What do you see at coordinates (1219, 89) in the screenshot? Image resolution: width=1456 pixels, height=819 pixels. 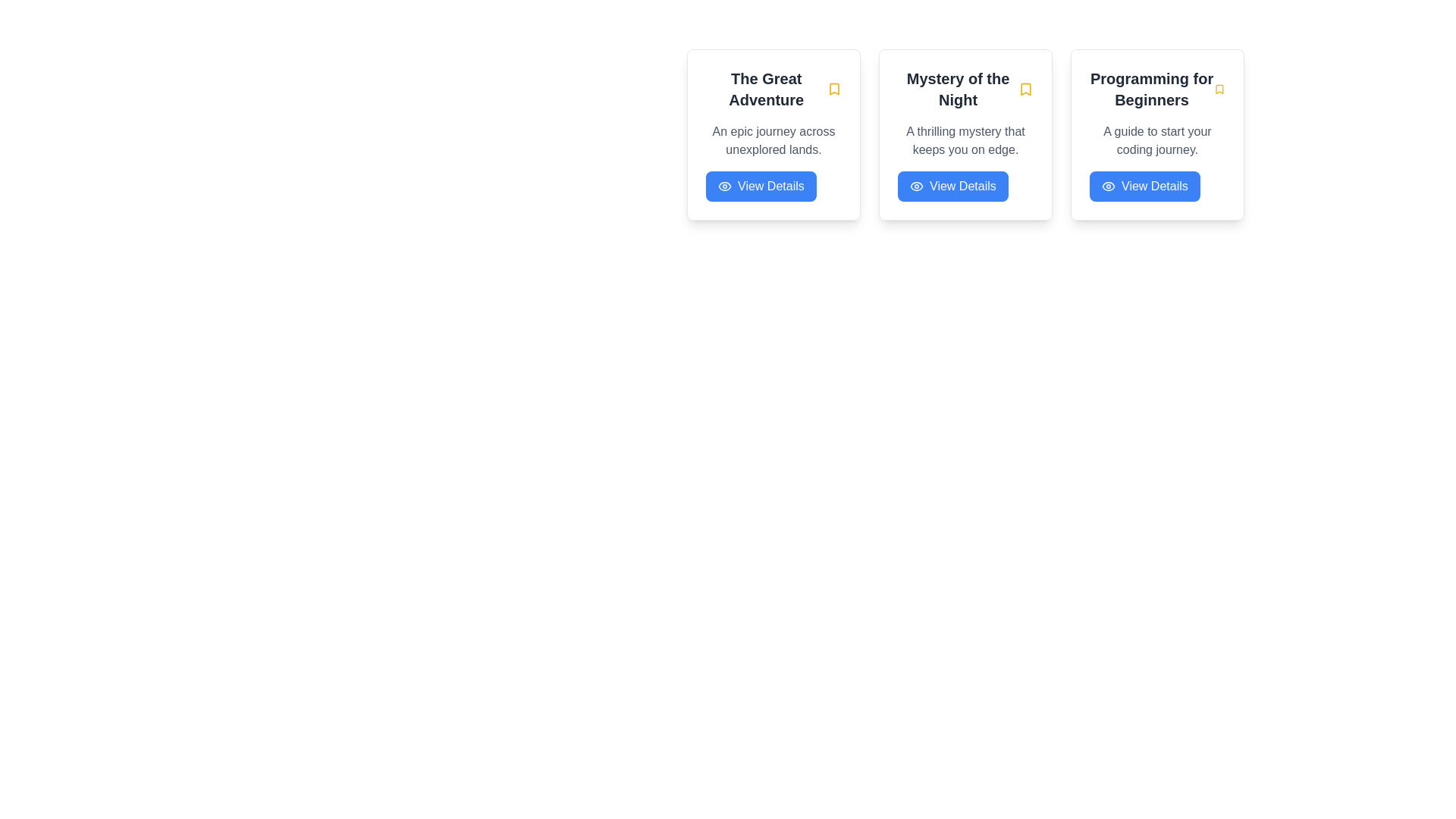 I see `the golden-yellow bookmark icon with a hollow outline next to the title 'Programming for Beginners'` at bounding box center [1219, 89].